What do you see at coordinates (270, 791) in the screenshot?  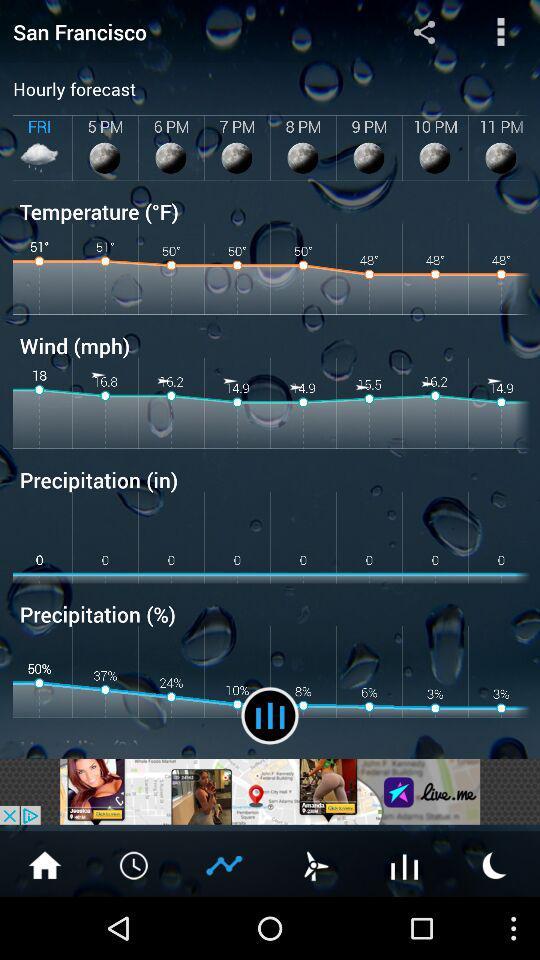 I see `advertisement` at bounding box center [270, 791].